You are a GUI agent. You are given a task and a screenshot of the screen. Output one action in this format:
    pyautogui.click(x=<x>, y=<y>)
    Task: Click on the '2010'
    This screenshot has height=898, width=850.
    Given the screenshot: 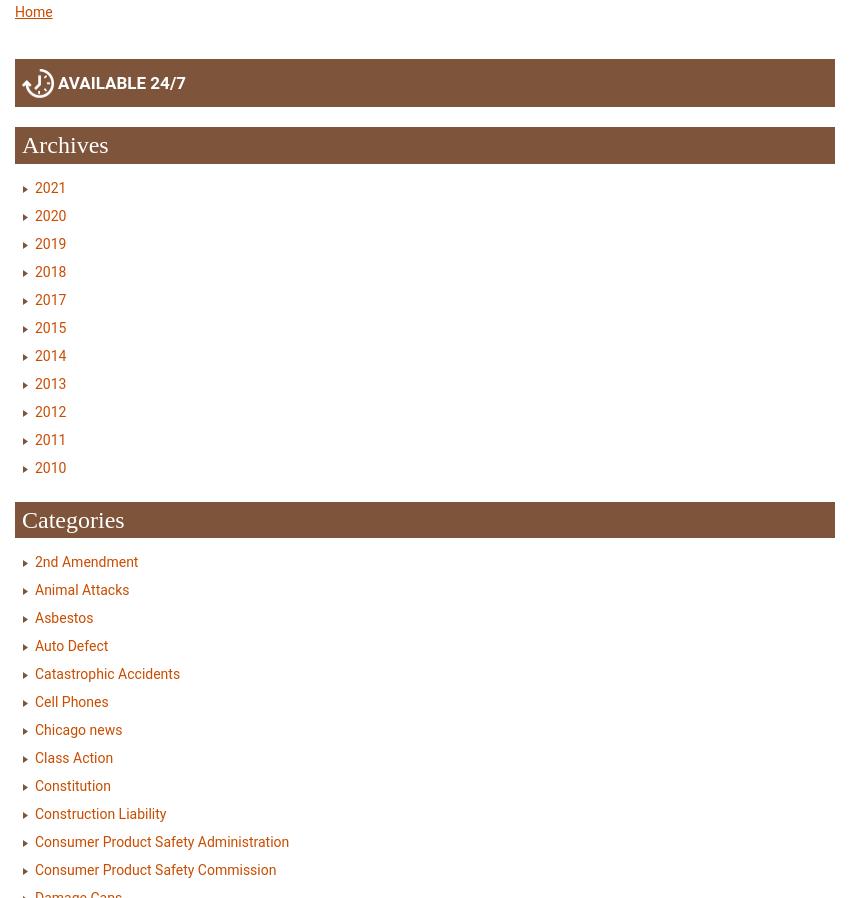 What is the action you would take?
    pyautogui.click(x=50, y=465)
    